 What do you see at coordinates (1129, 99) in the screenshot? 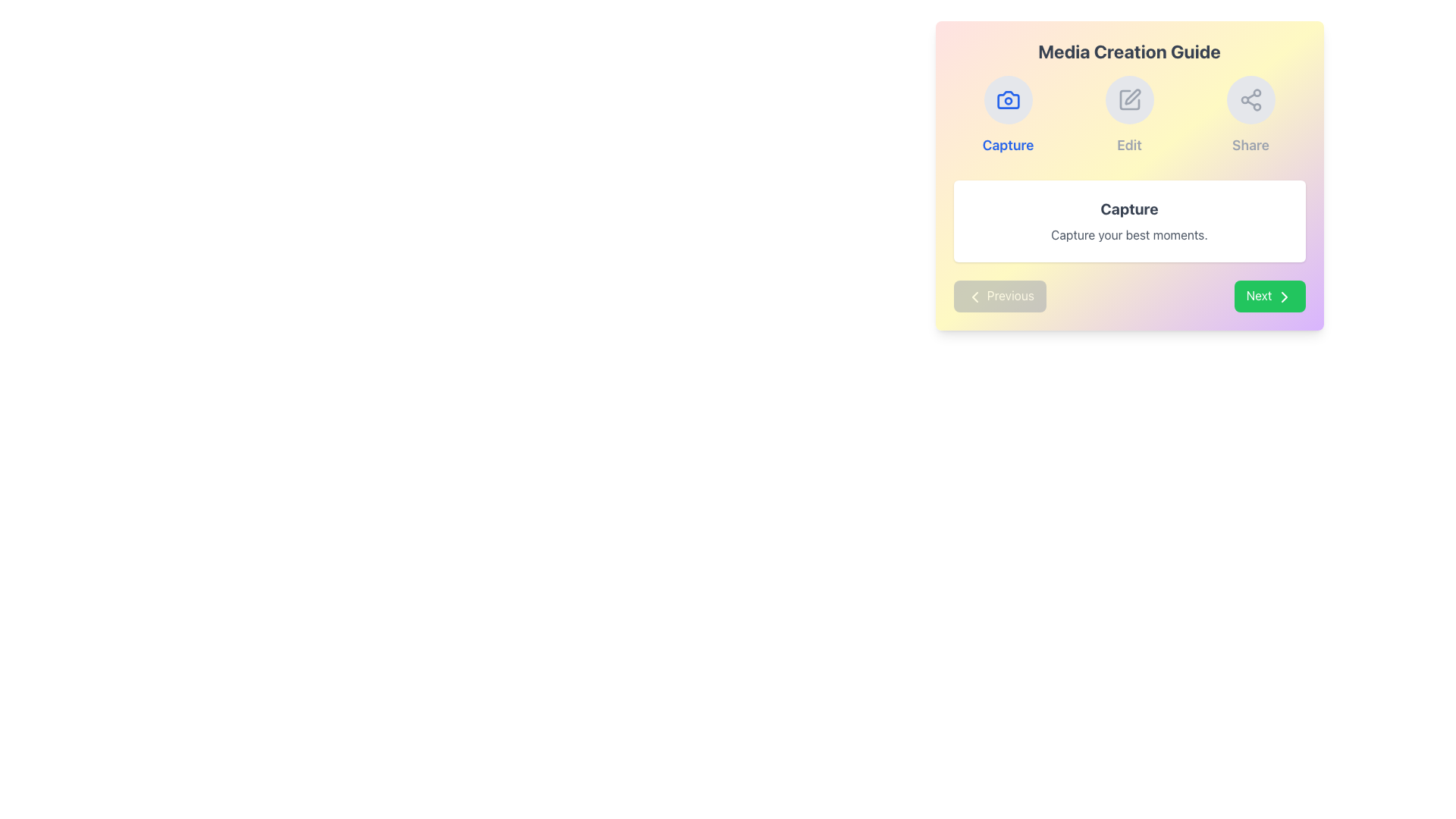
I see `the icon in the 'Edit' grouping located in the top row of the 'Media Creation Guide' panel` at bounding box center [1129, 99].